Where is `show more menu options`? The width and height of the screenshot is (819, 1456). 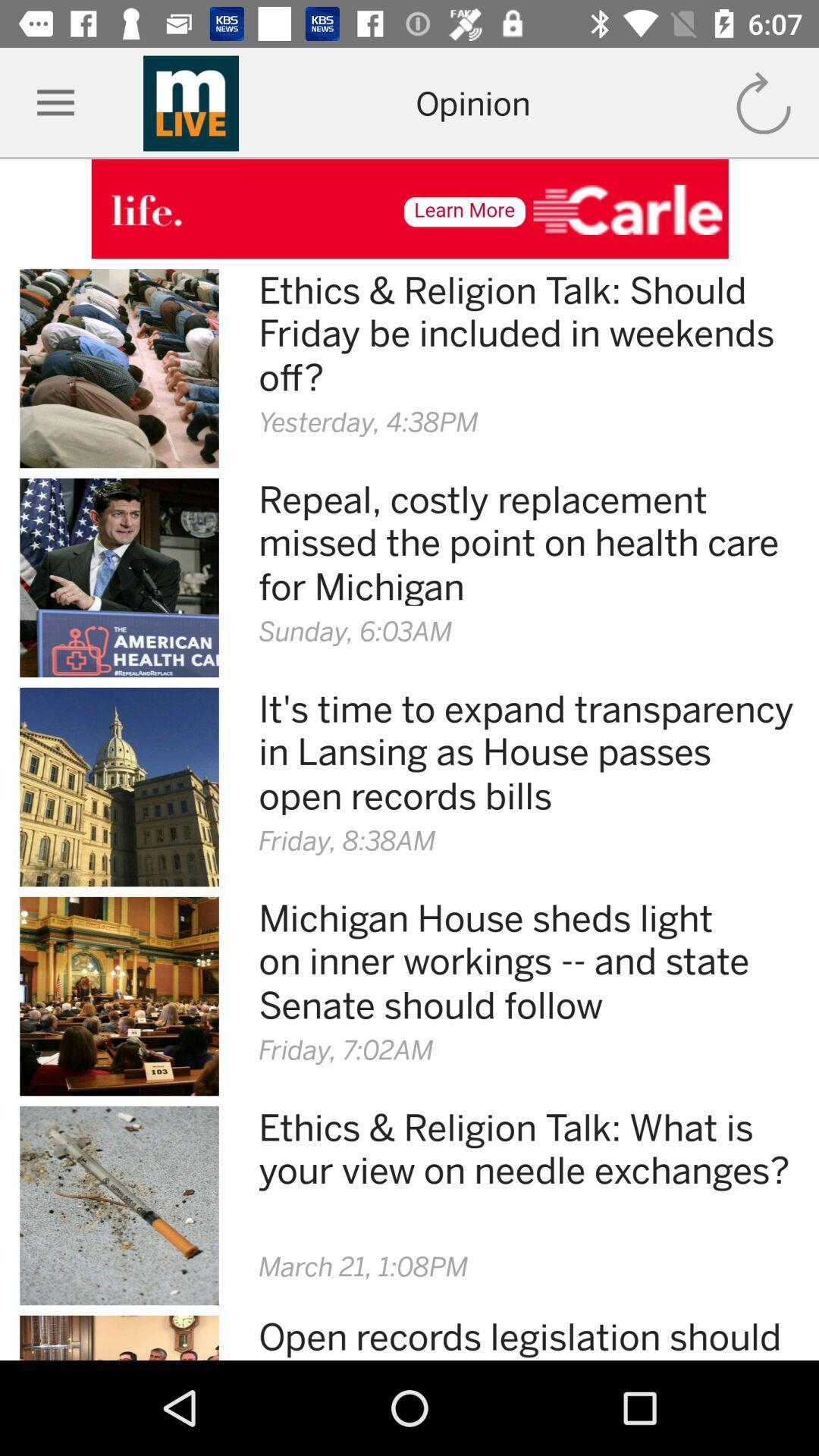 show more menu options is located at coordinates (55, 102).